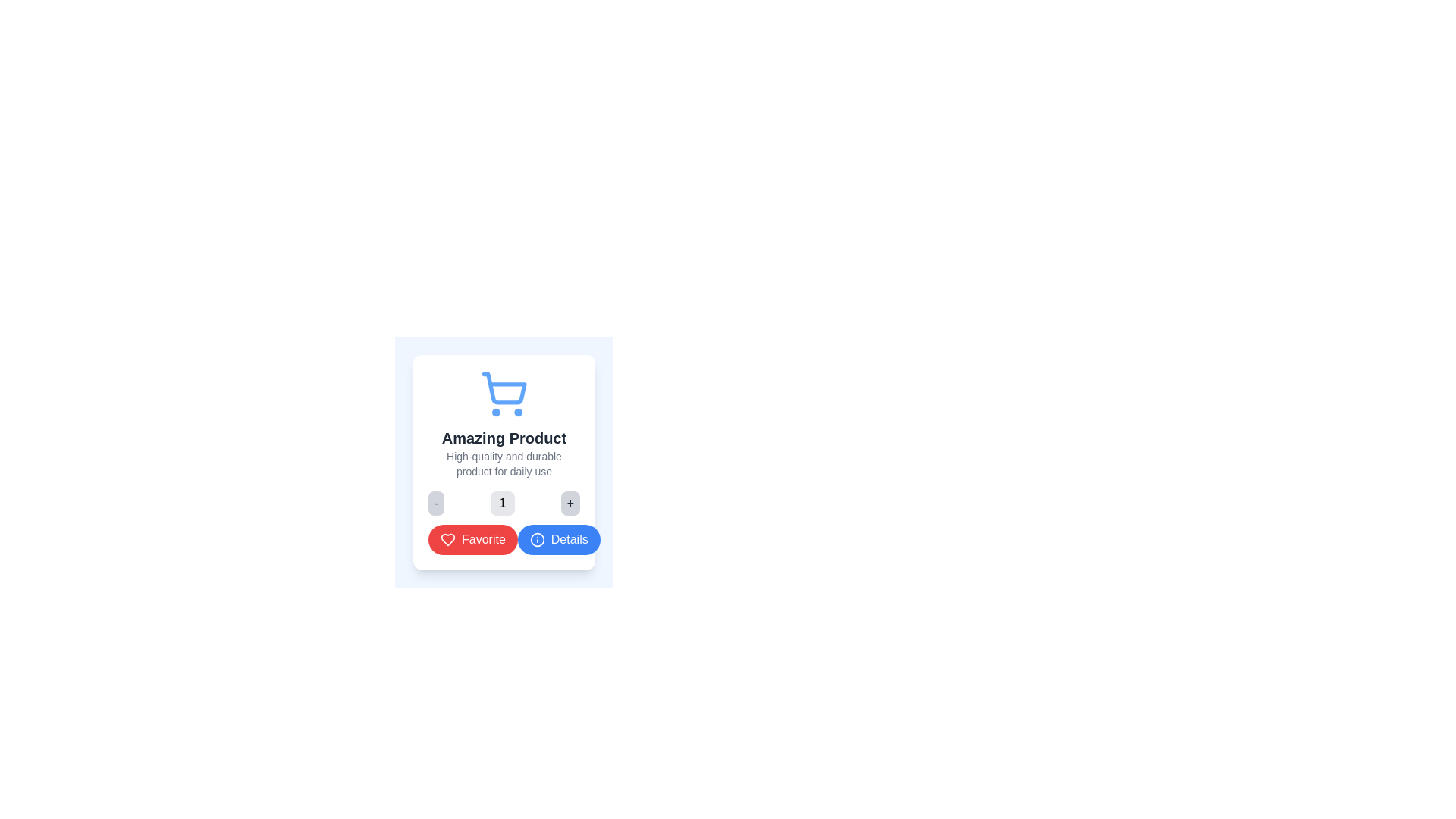 The image size is (1456, 819). I want to click on the 'Favorite' button represented by a heart icon located on the leftmost side of the button group in the product card to mark the product as a favorite, so click(447, 539).